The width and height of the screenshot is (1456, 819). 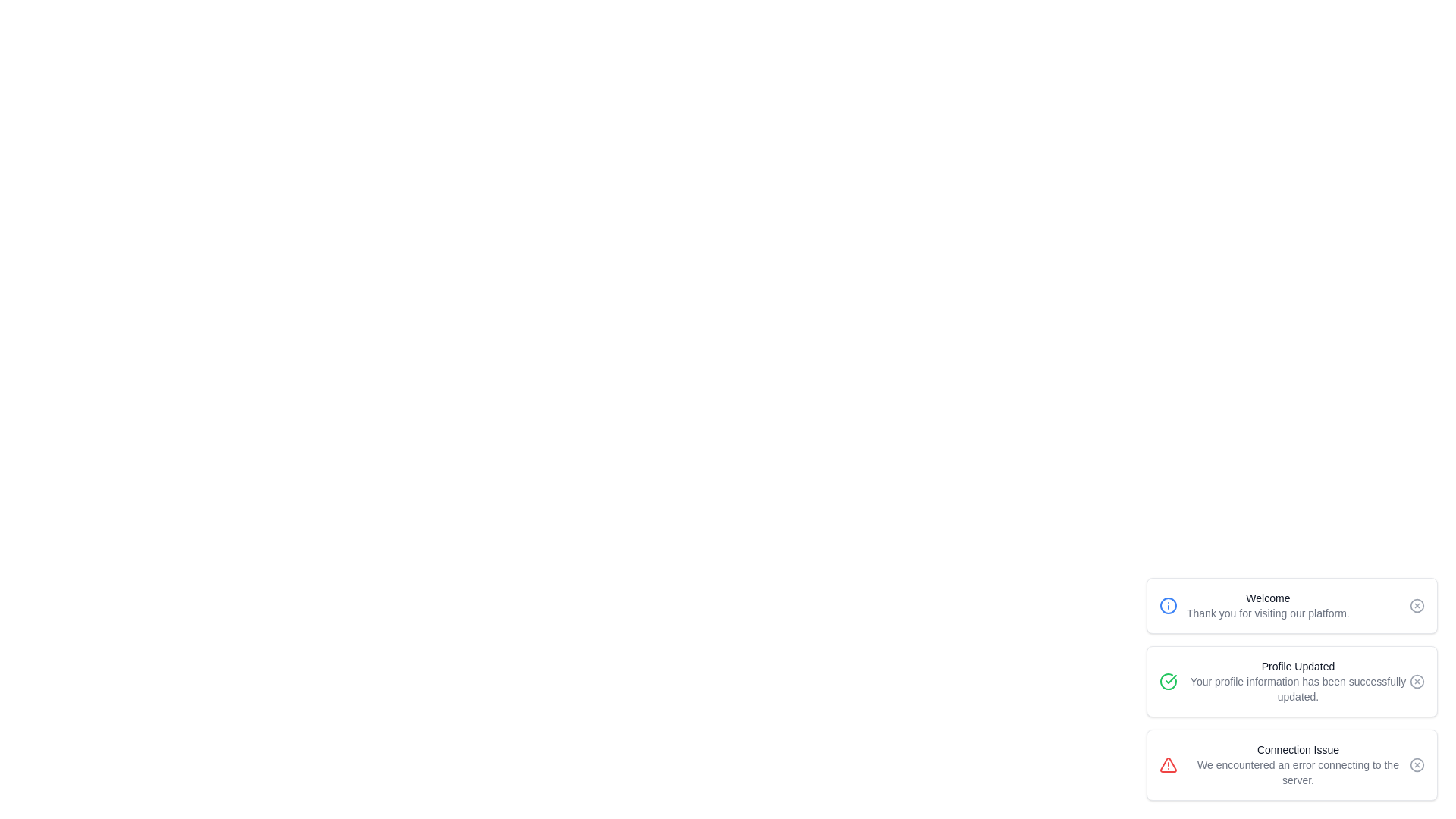 I want to click on the notification with title Welcome to observe style changes, so click(x=1291, y=604).